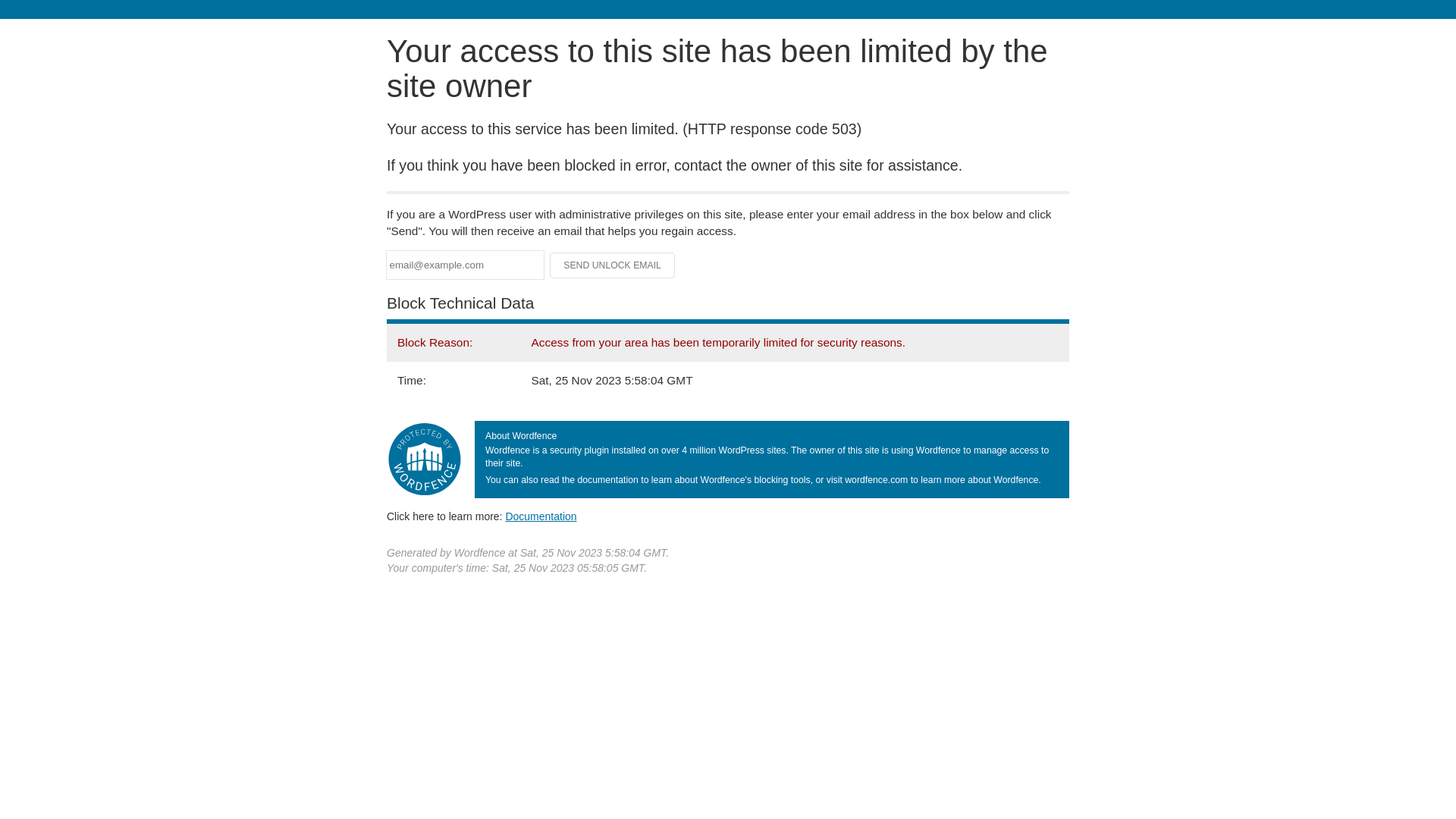  I want to click on 'Send Unlock Email', so click(548, 265).